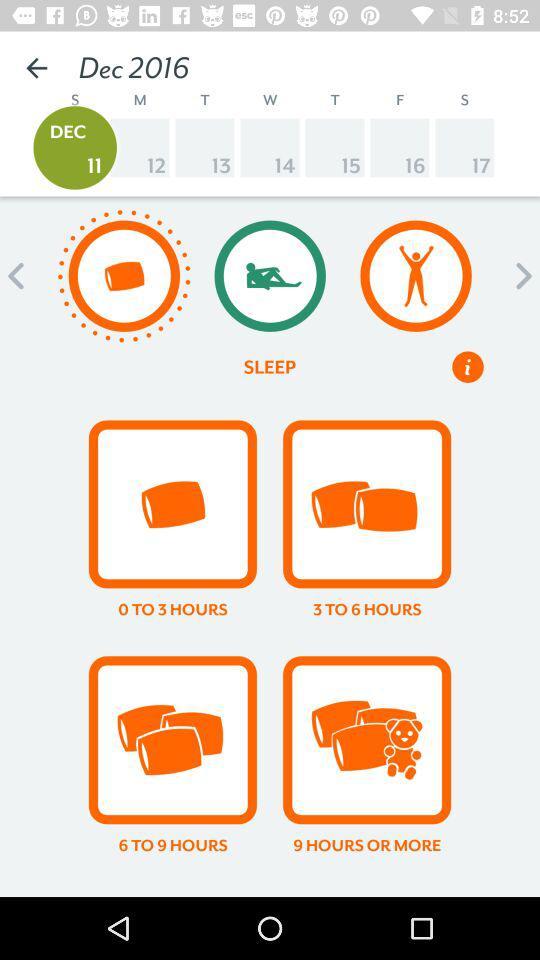 Image resolution: width=540 pixels, height=960 pixels. I want to click on the pause icon, so click(468, 366).